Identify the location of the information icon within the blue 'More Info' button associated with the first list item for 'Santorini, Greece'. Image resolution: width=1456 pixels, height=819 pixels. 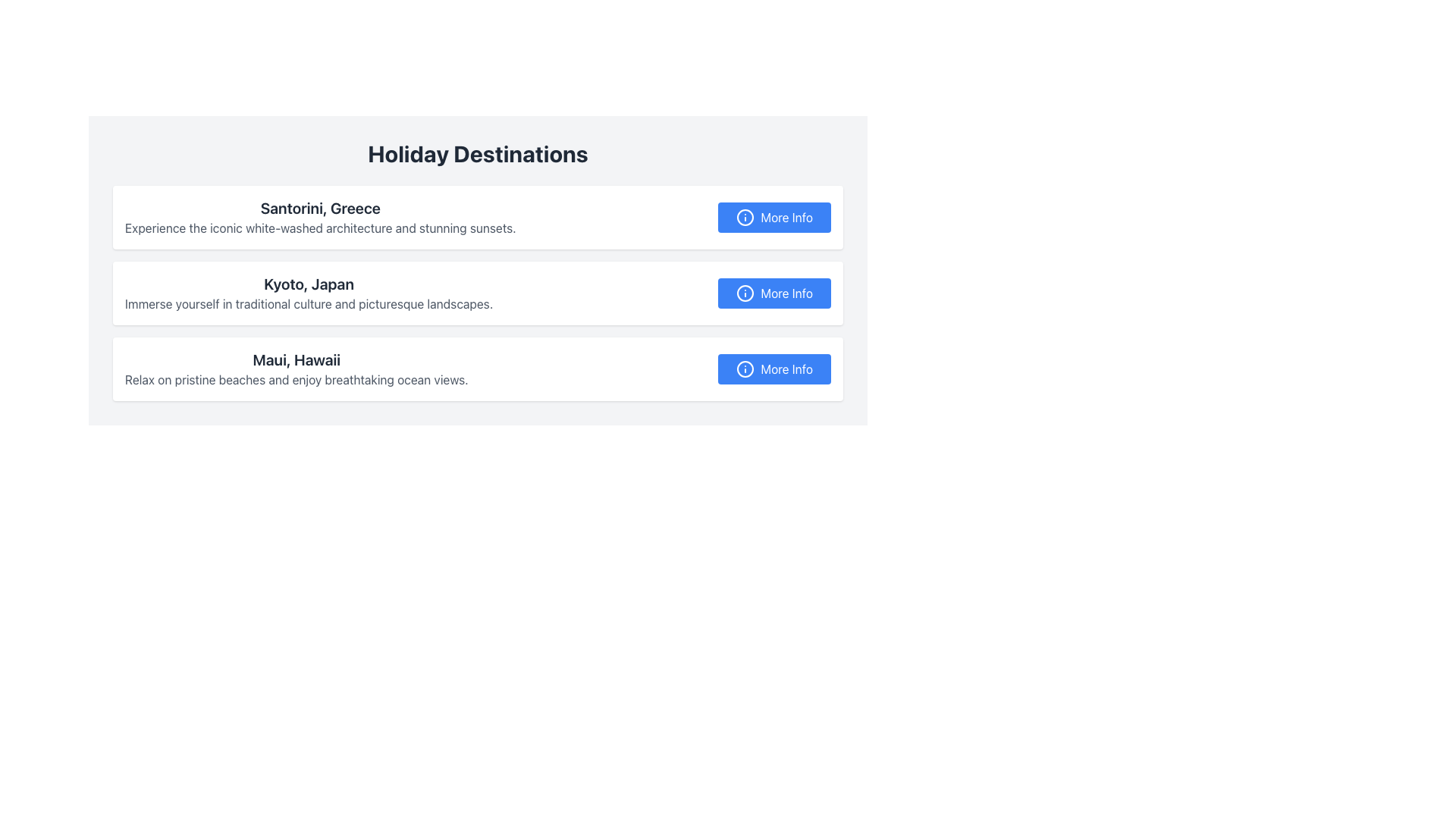
(745, 217).